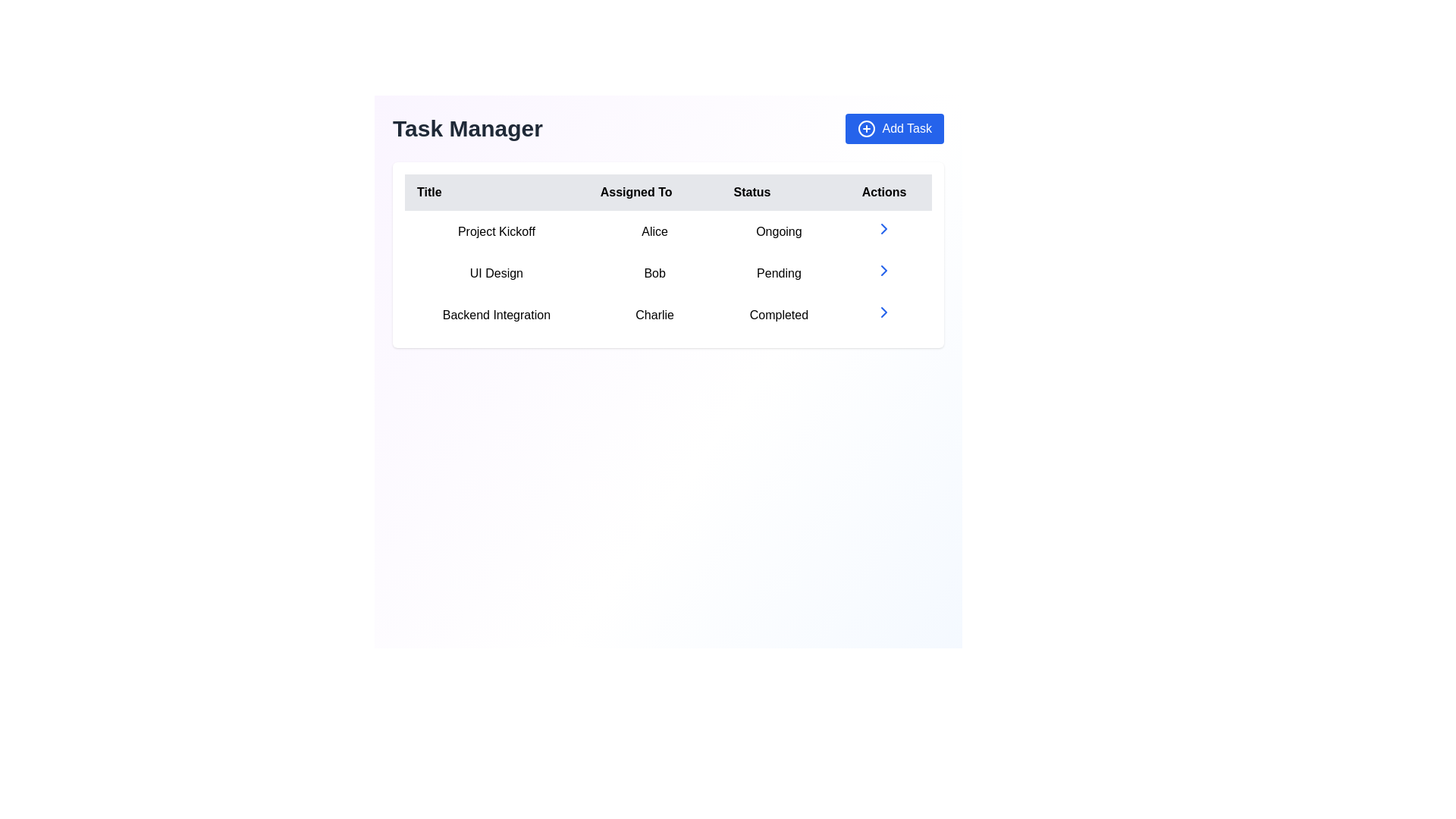  What do you see at coordinates (779, 314) in the screenshot?
I see `the static status indicator located in the third row under the 'Status' column, which is adjacent to the 'Charlie' label in the 'Assigned To' column and near a rightward arrow icon in the 'Actions' column` at bounding box center [779, 314].